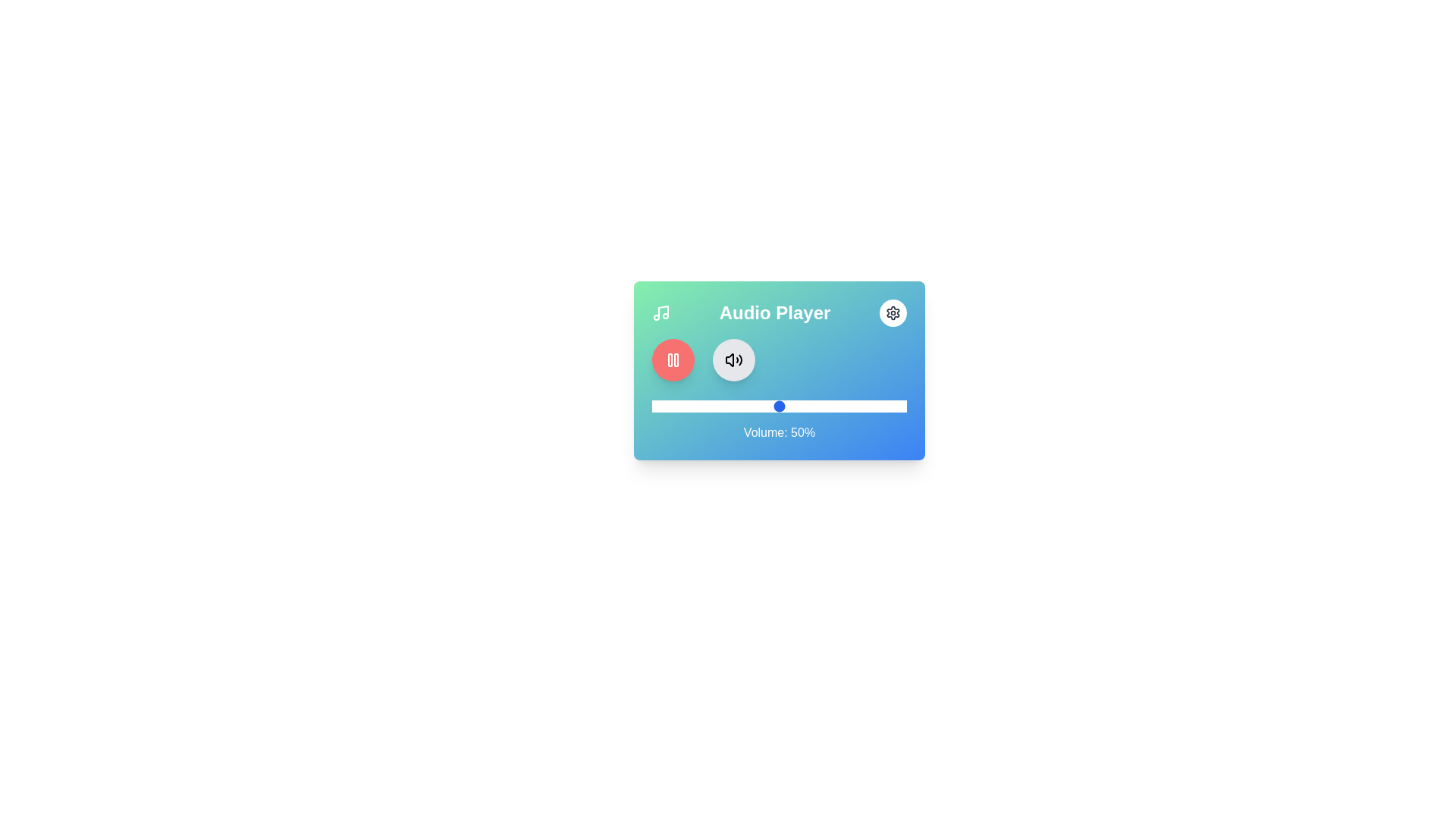 This screenshot has height=819, width=1456. I want to click on the slider value, so click(866, 406).